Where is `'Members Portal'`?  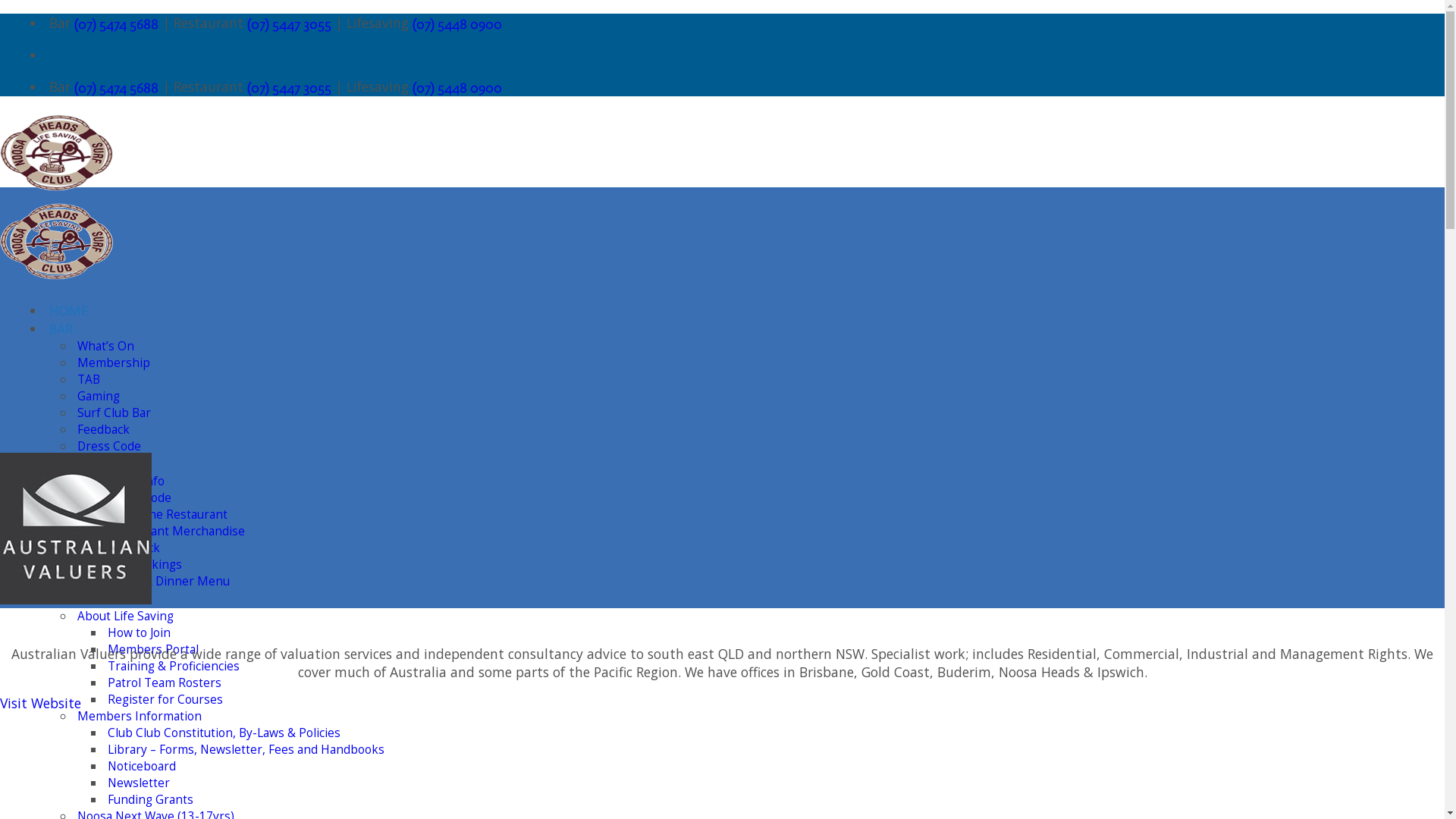
'Members Portal' is located at coordinates (152, 648).